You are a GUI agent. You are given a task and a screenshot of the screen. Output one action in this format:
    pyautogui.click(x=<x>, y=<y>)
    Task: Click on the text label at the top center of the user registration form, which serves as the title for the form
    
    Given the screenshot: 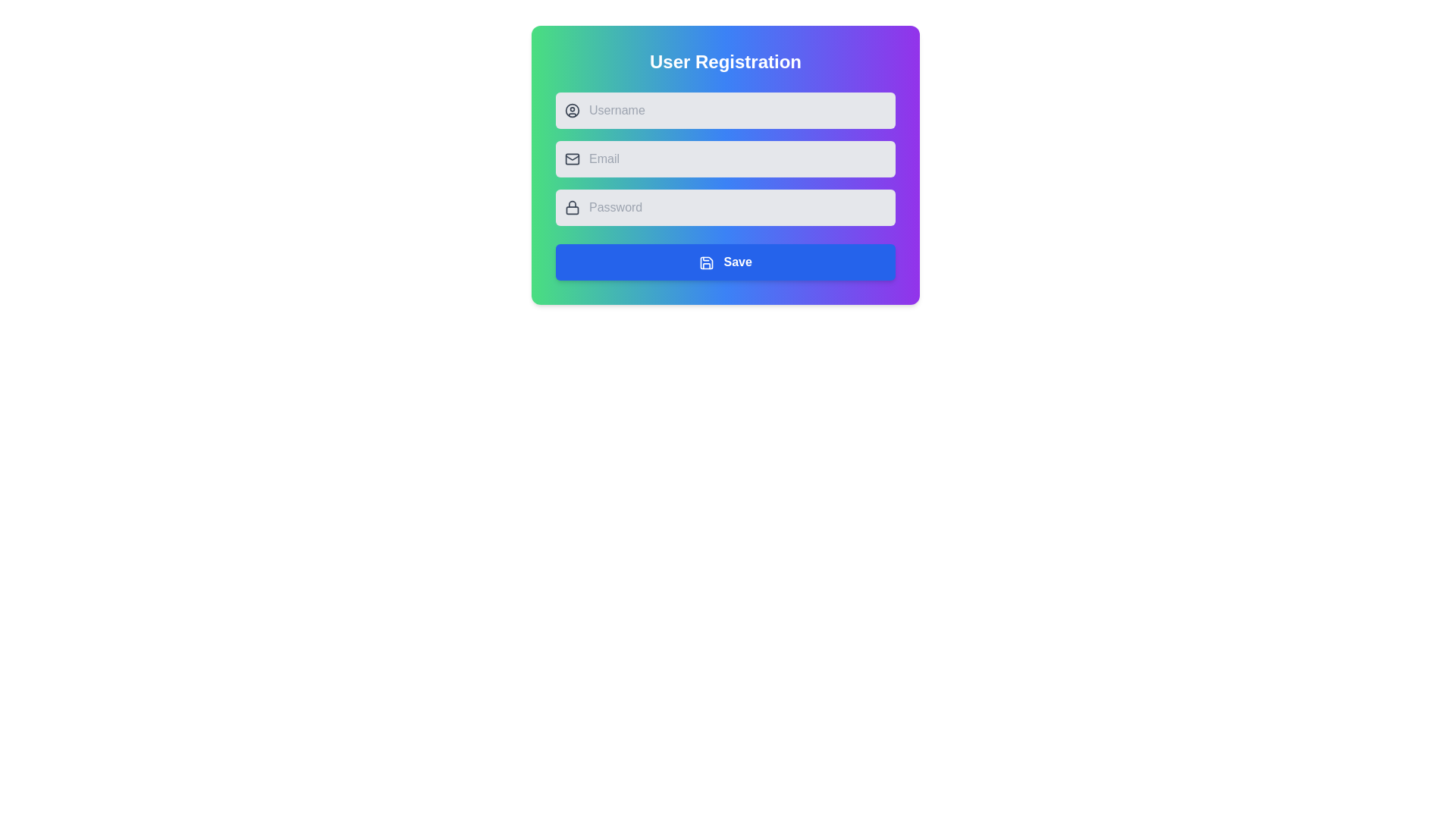 What is the action you would take?
    pyautogui.click(x=724, y=61)
    